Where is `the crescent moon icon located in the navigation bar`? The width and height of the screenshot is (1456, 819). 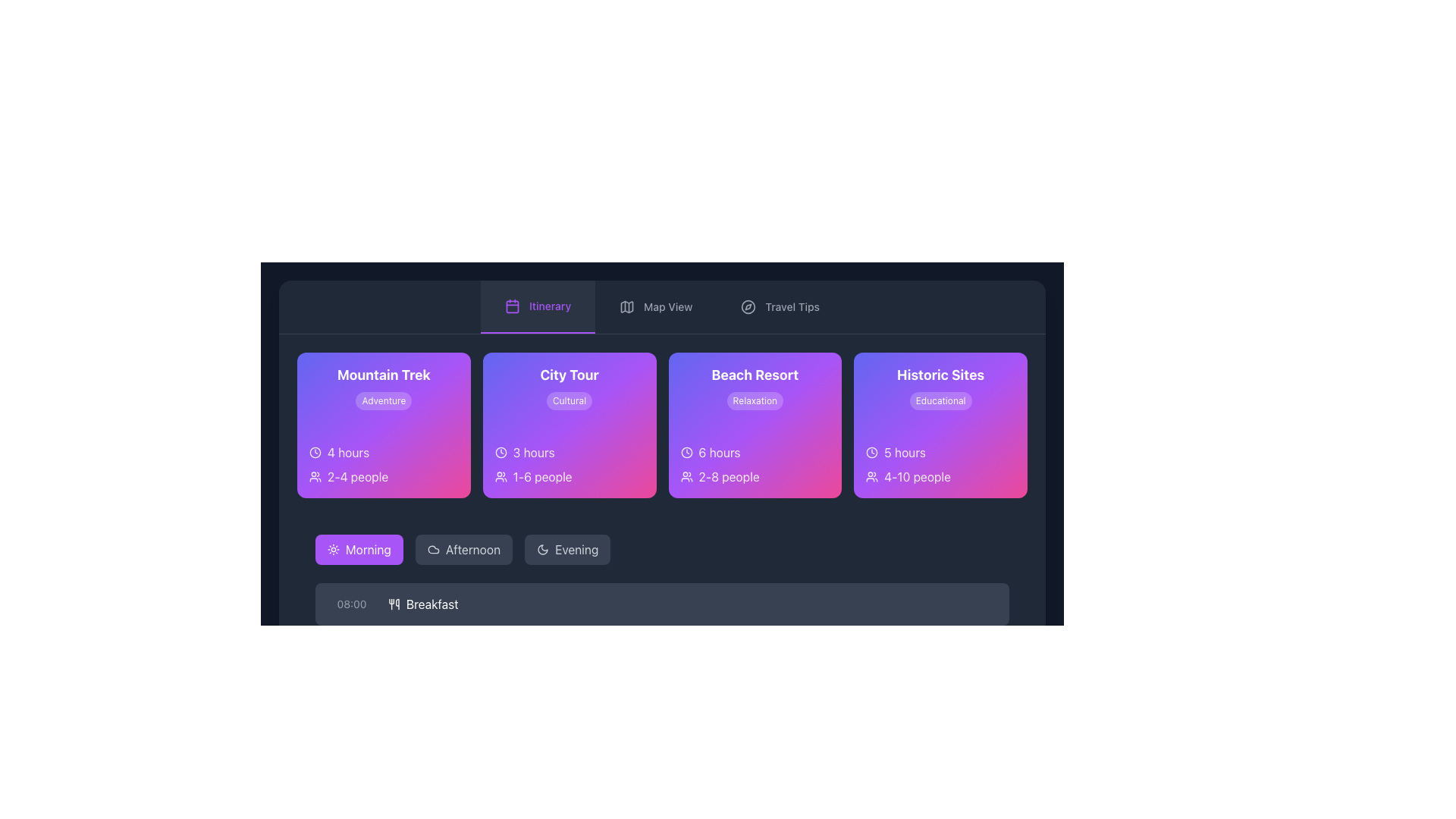
the crescent moon icon located in the navigation bar is located at coordinates (542, 550).